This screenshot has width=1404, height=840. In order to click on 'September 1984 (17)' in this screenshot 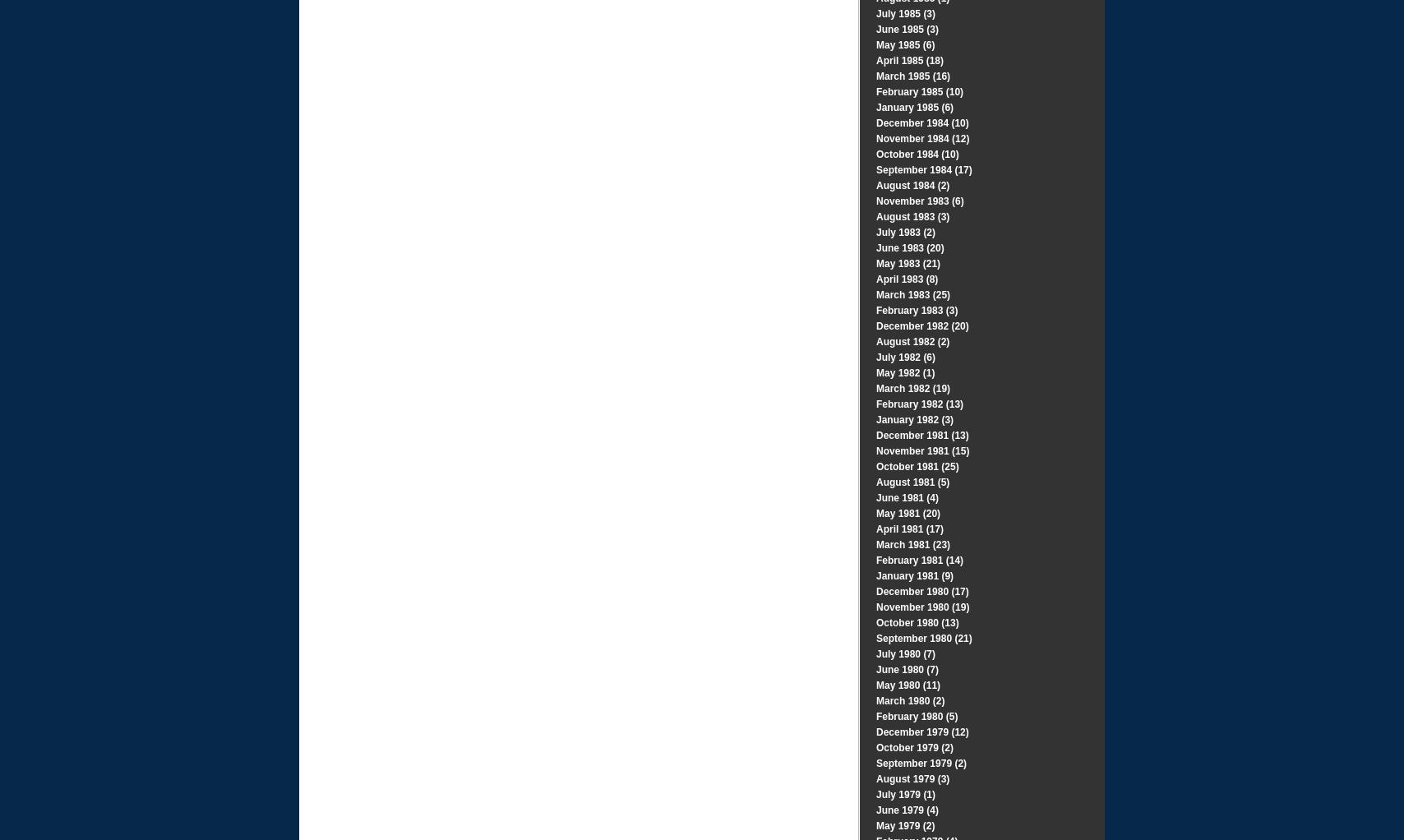, I will do `click(924, 169)`.